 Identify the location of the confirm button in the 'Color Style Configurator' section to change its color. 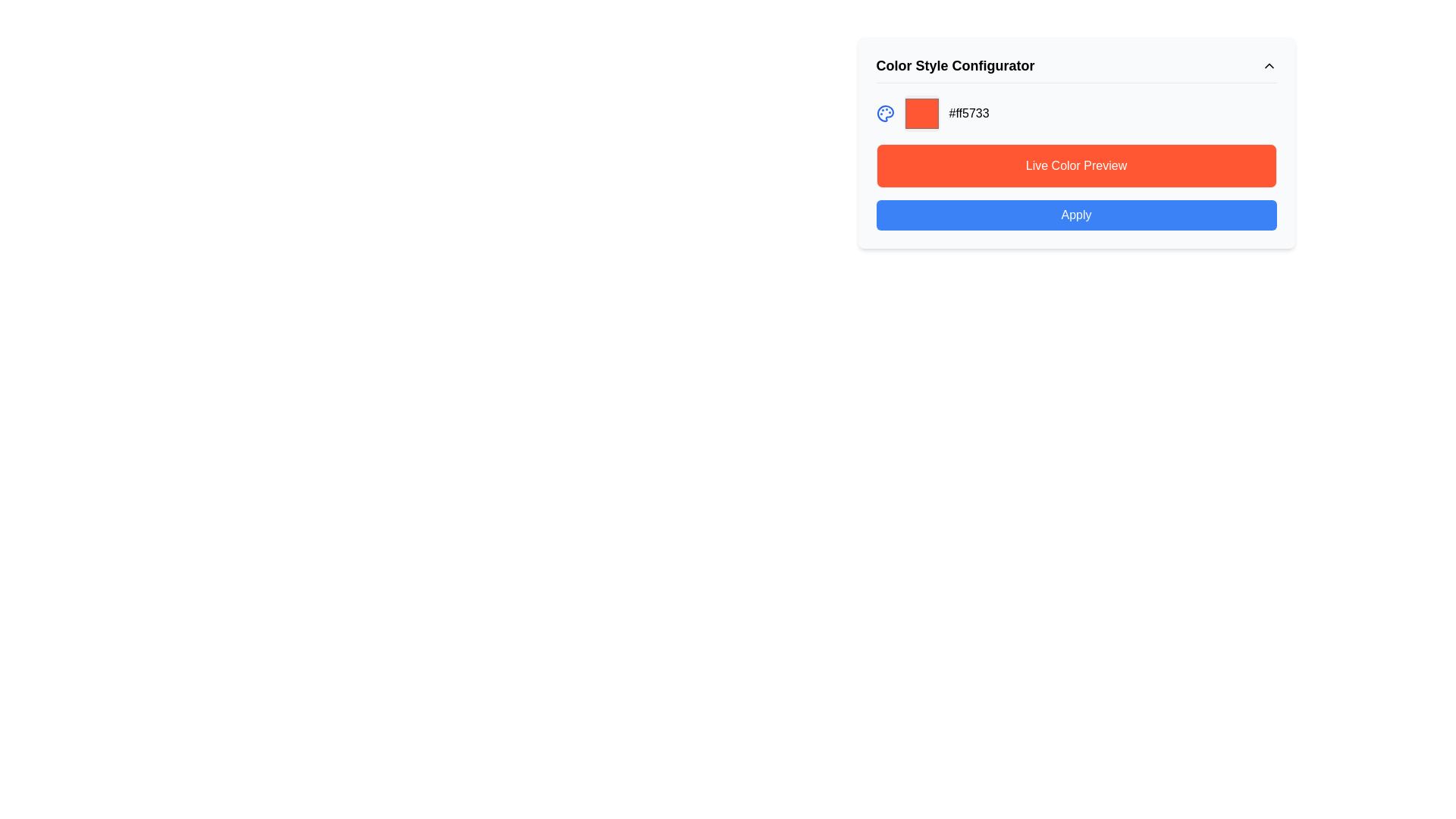
(1075, 215).